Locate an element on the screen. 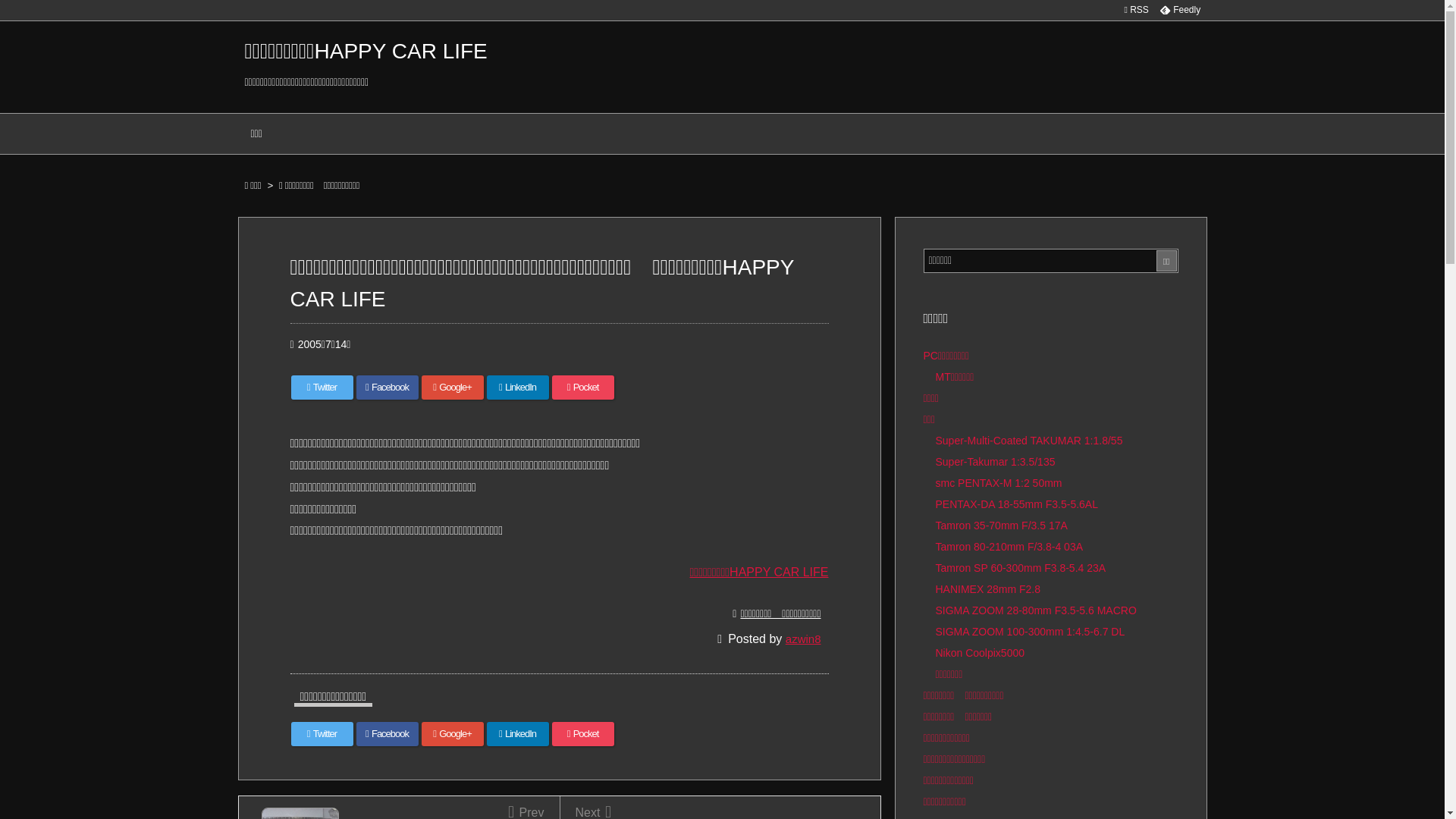 Image resolution: width=1456 pixels, height=819 pixels. 'SIGMA ZOOM 28-80mm F3.5-5.6 MACRO' is located at coordinates (1035, 610).